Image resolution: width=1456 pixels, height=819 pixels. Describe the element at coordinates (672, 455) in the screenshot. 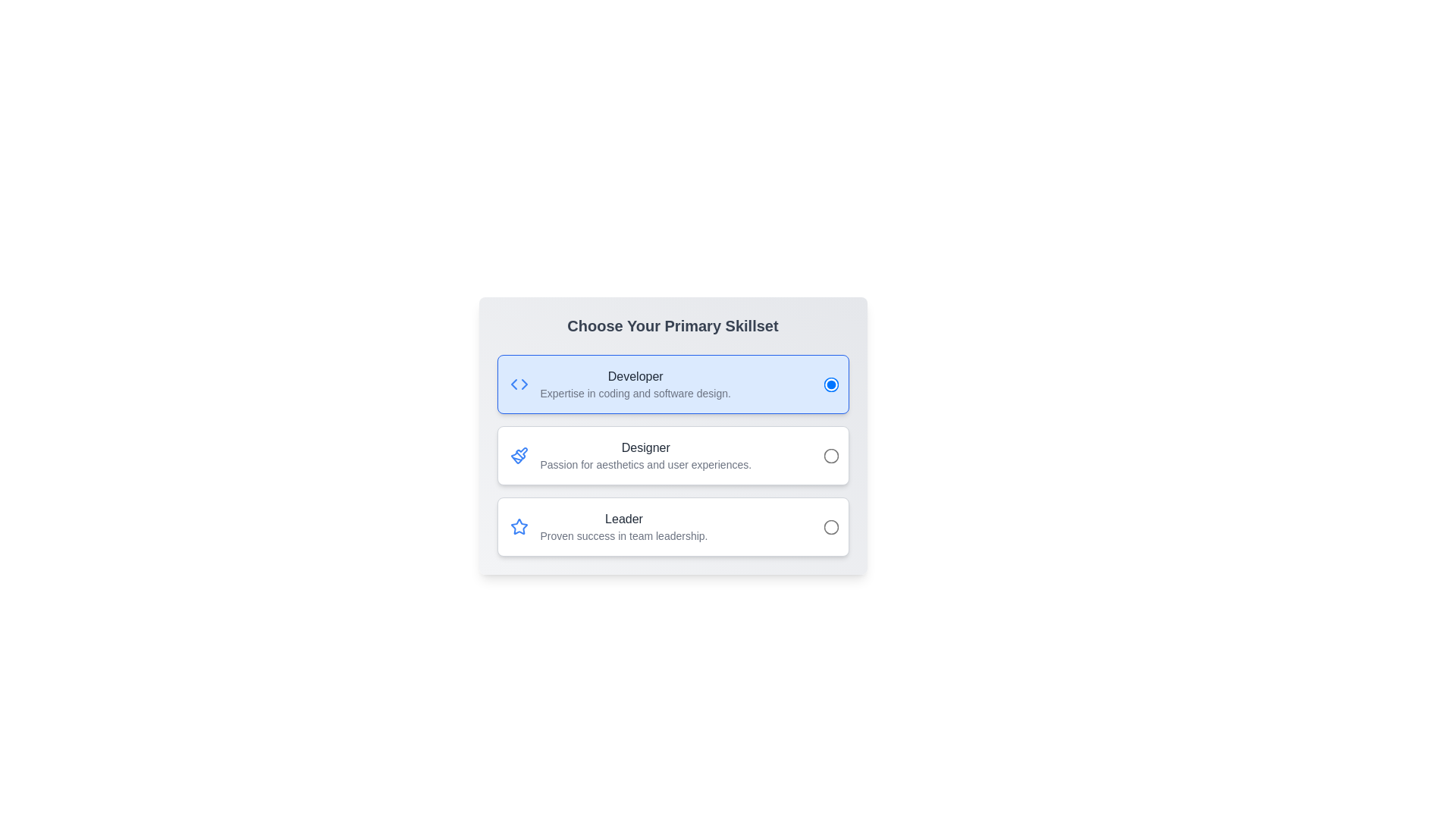

I see `the 'Designer' skillset radio button, which is a rectangular box with a blue paintbrush icon and the text 'Designer' above the subtitle 'Passion for aesthetics and user experiences'` at that location.